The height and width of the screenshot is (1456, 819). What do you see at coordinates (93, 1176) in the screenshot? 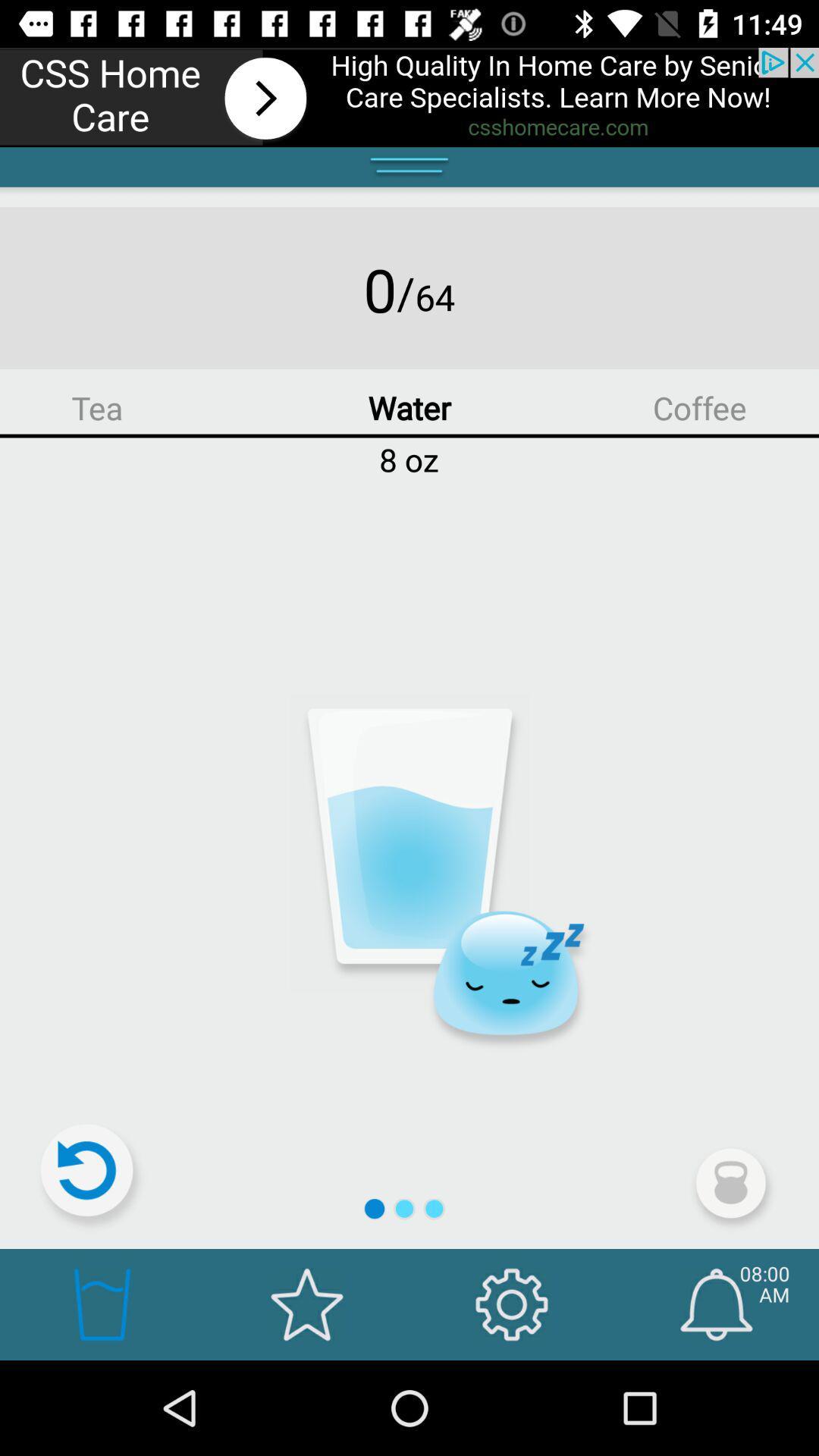
I see `go back` at bounding box center [93, 1176].